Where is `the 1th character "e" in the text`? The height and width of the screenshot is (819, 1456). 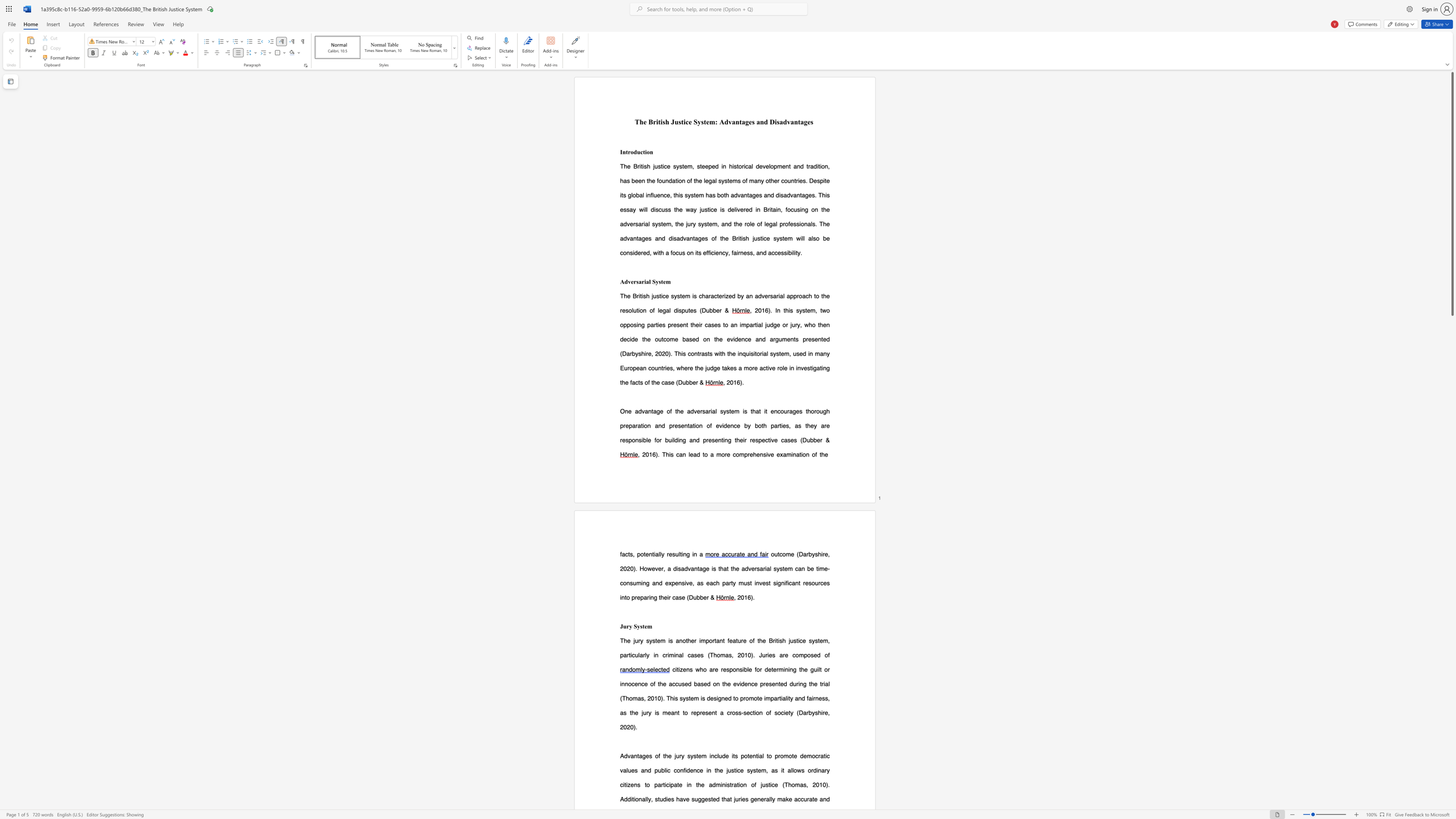 the 1th character "e" in the text is located at coordinates (818, 439).